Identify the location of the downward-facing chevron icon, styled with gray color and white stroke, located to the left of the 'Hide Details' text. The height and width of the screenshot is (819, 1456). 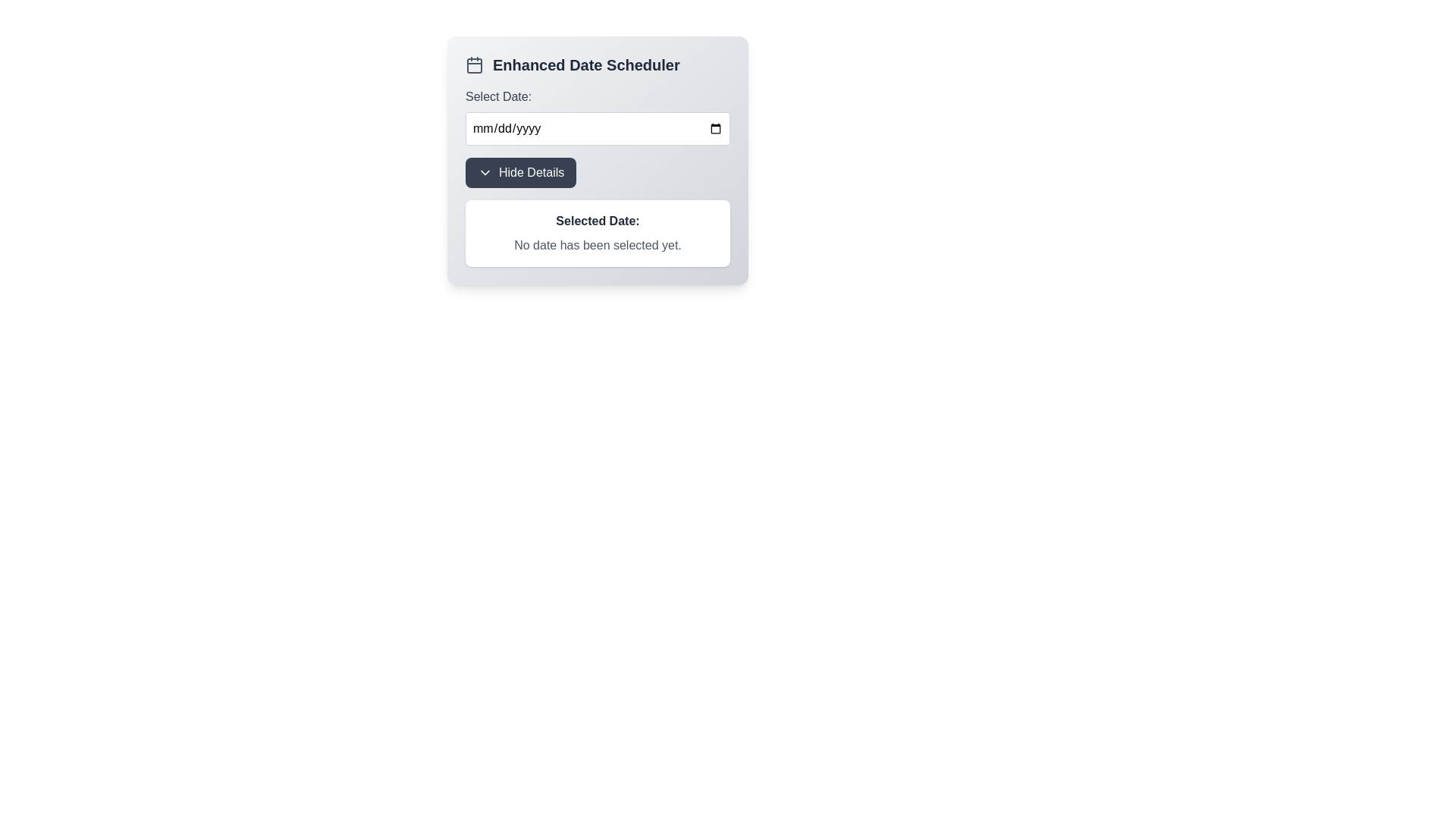
(484, 171).